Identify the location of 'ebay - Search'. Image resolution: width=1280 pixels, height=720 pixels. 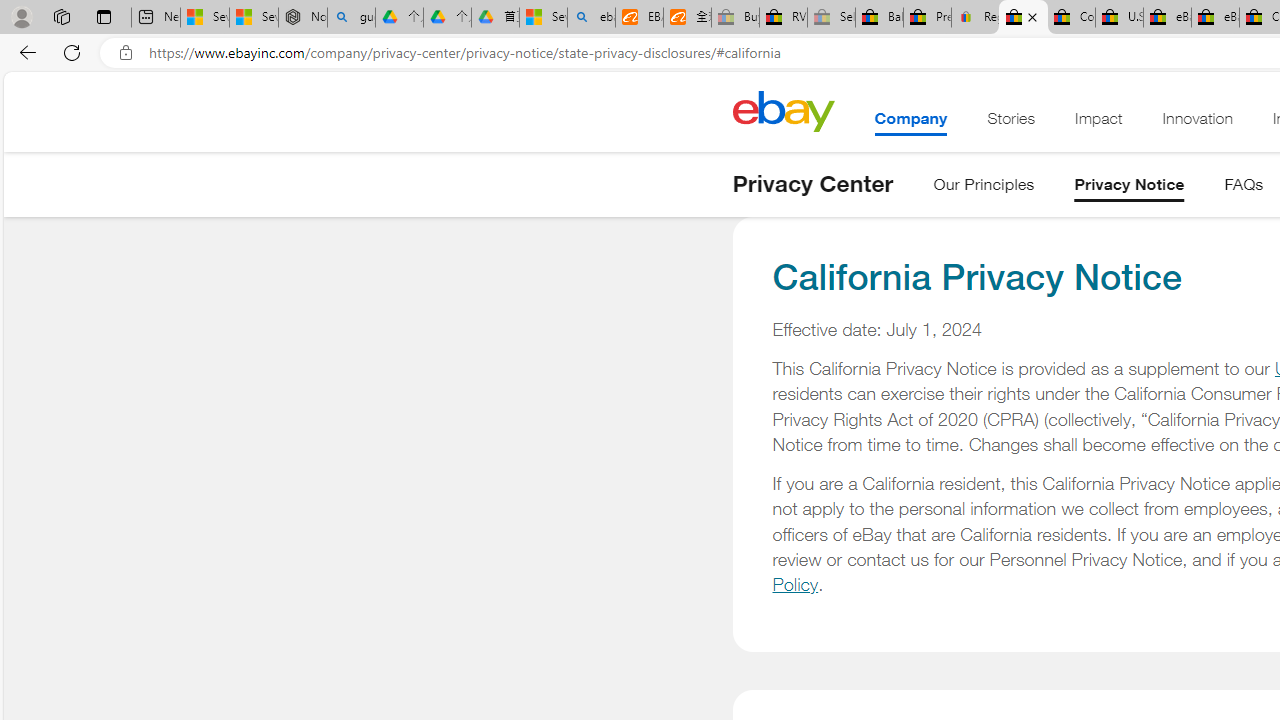
(591, 17).